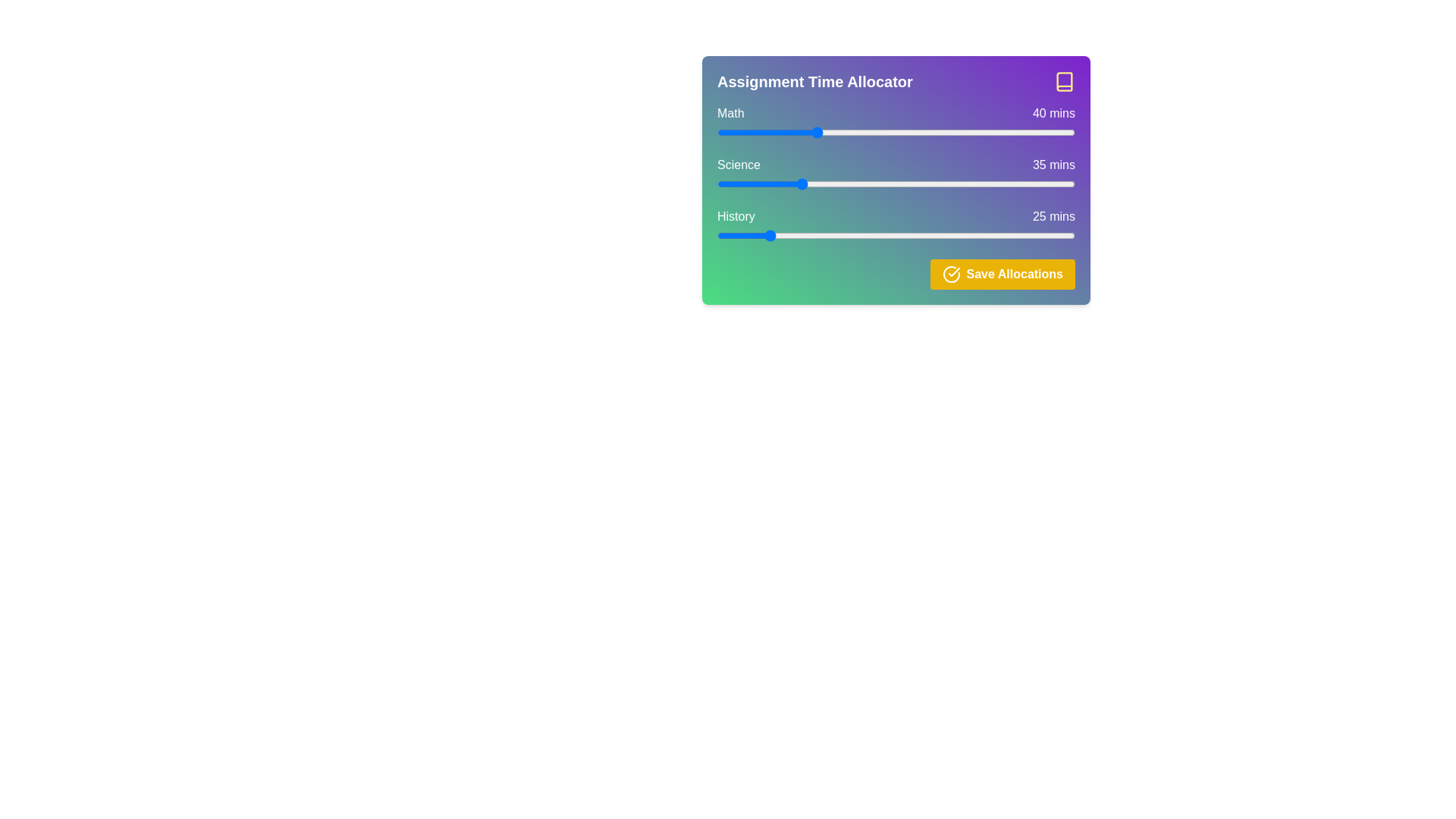 This screenshot has height=819, width=1456. What do you see at coordinates (941, 131) in the screenshot?
I see `the time allocation for Math` at bounding box center [941, 131].